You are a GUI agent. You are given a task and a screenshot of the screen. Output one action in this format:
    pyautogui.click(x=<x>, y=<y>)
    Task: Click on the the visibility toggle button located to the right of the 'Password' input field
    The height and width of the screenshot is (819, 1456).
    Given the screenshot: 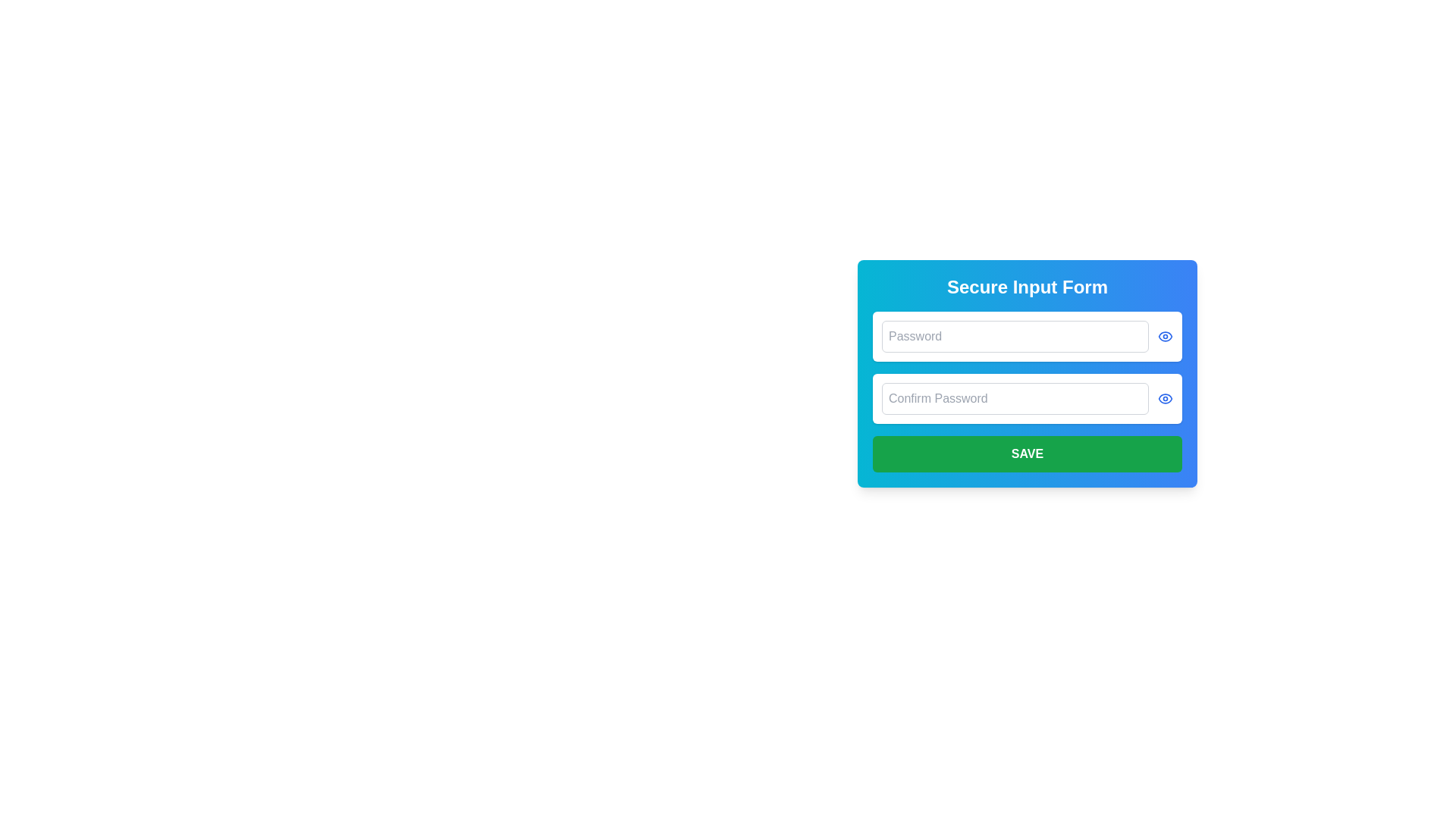 What is the action you would take?
    pyautogui.click(x=1164, y=335)
    